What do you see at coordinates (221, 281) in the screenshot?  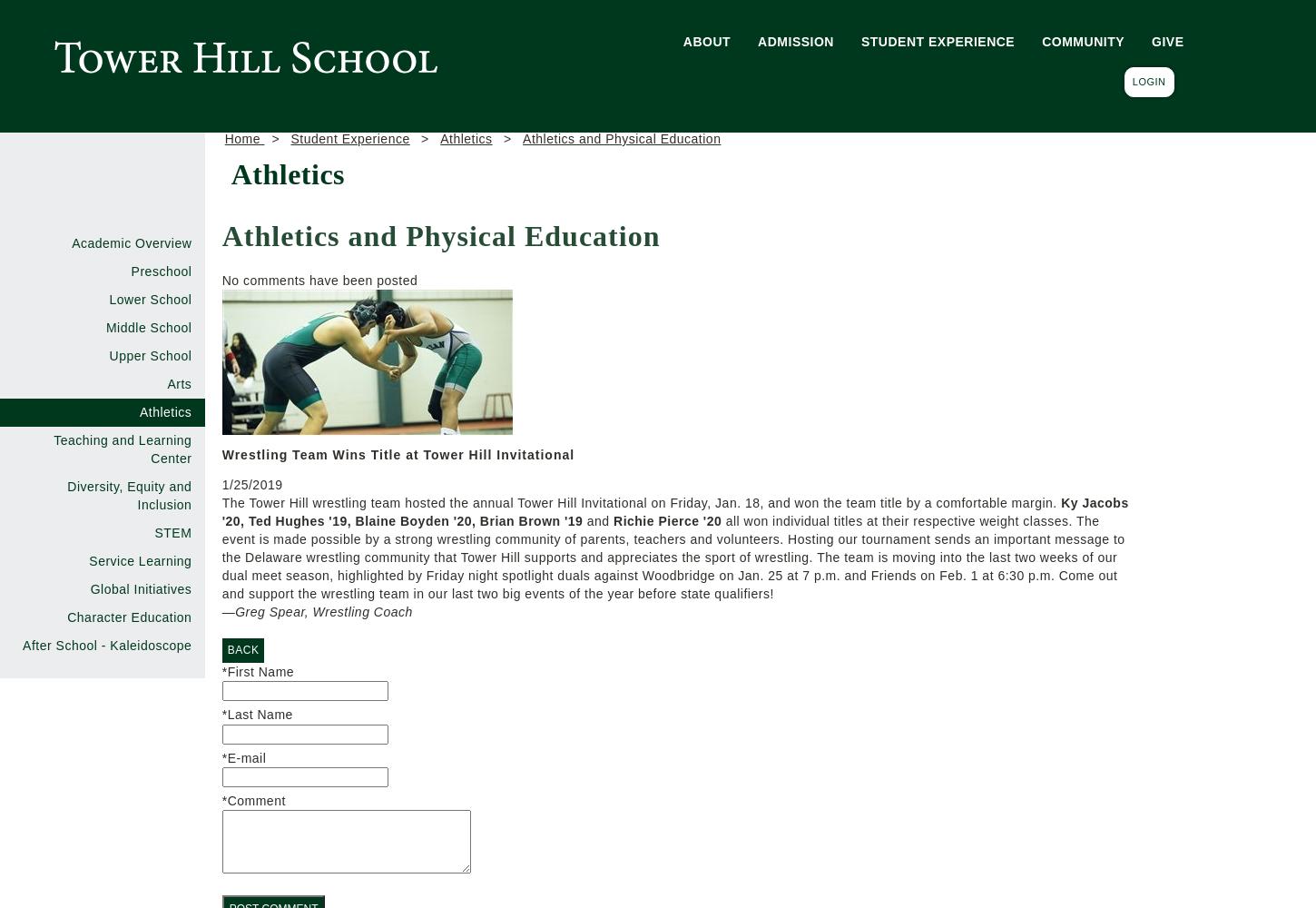 I see `'No comments have been posted'` at bounding box center [221, 281].